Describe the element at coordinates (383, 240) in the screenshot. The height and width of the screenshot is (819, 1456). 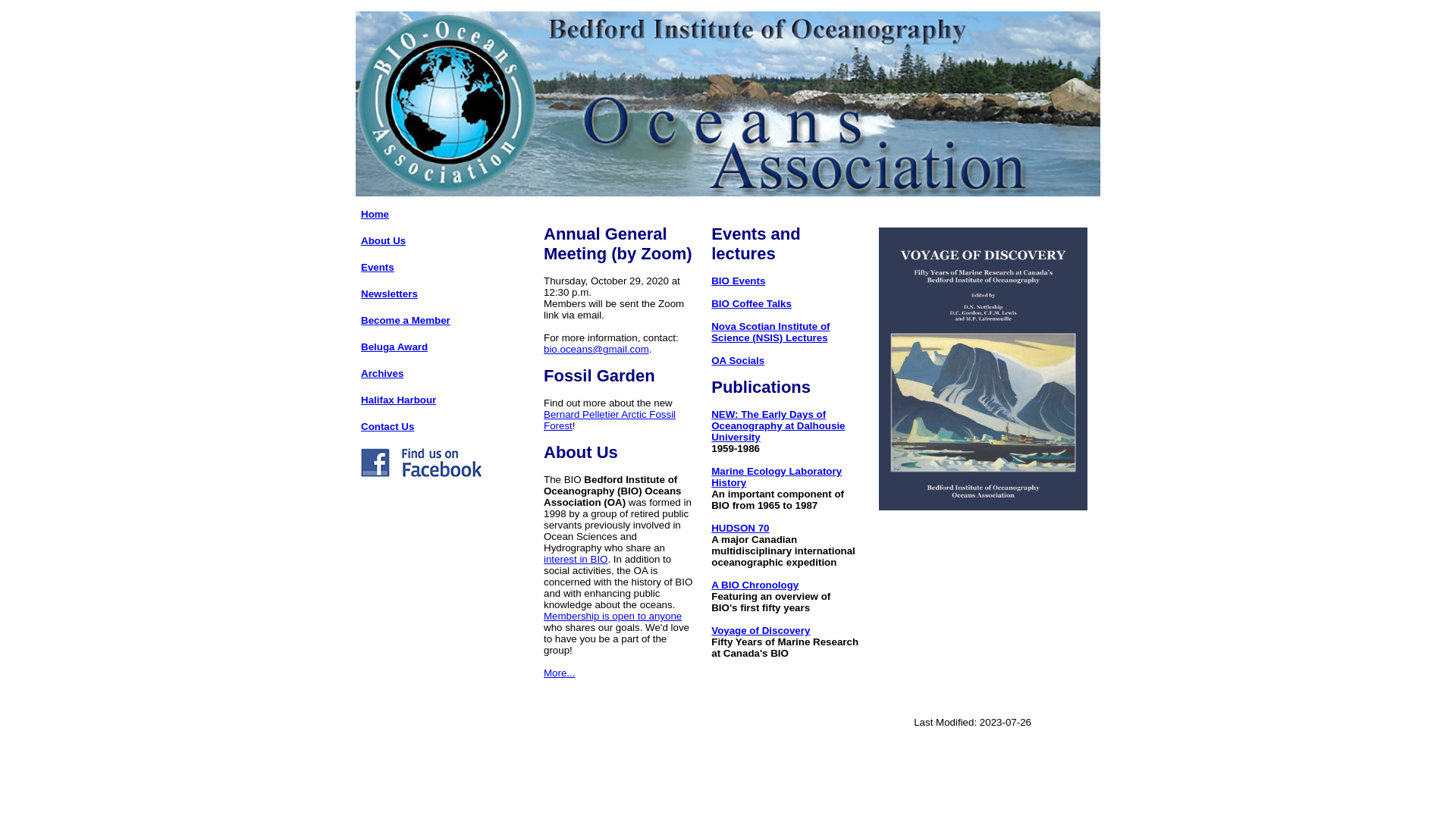
I see `'About Us'` at that location.